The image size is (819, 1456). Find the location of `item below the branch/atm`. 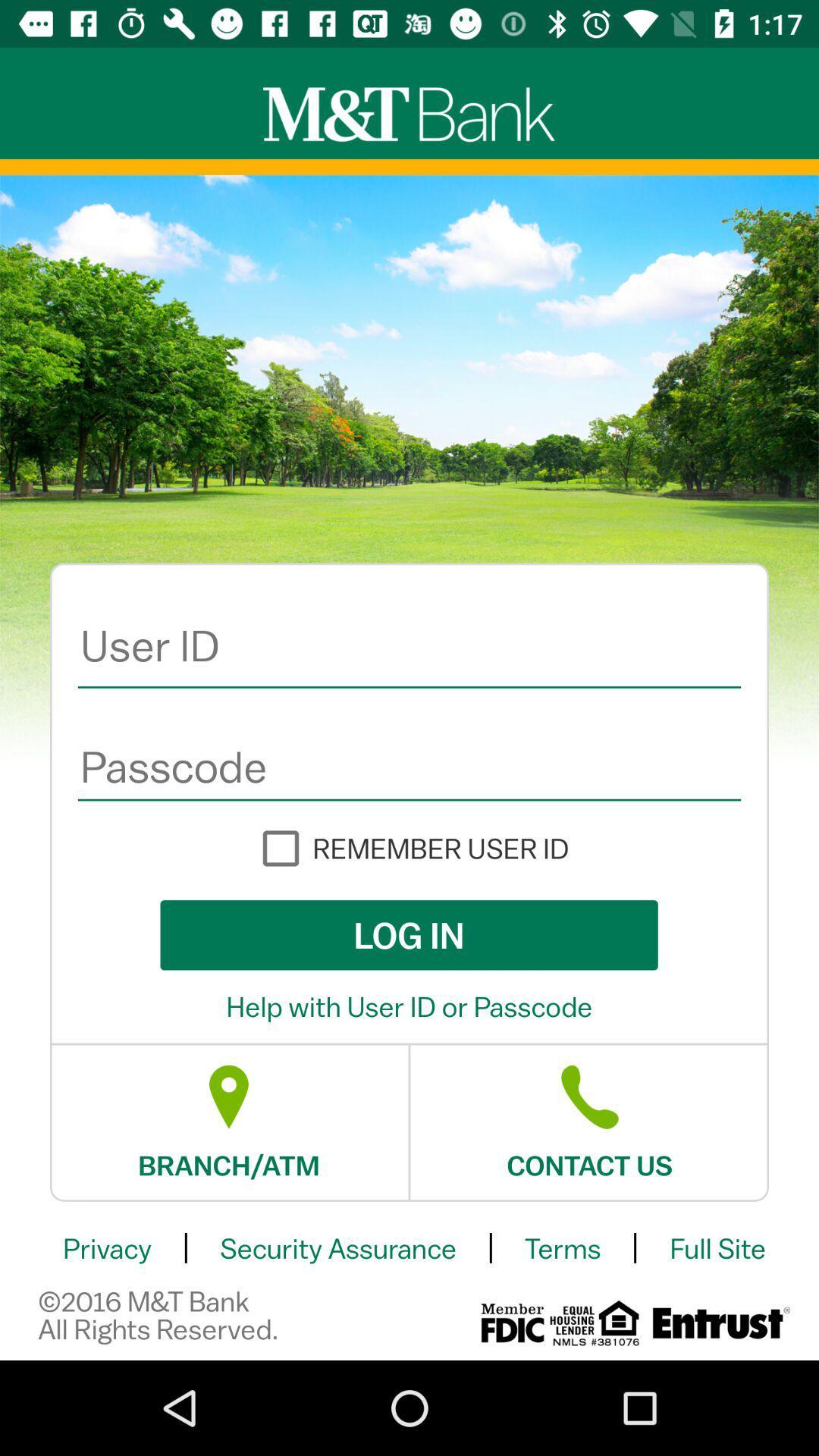

item below the branch/atm is located at coordinates (106, 1248).